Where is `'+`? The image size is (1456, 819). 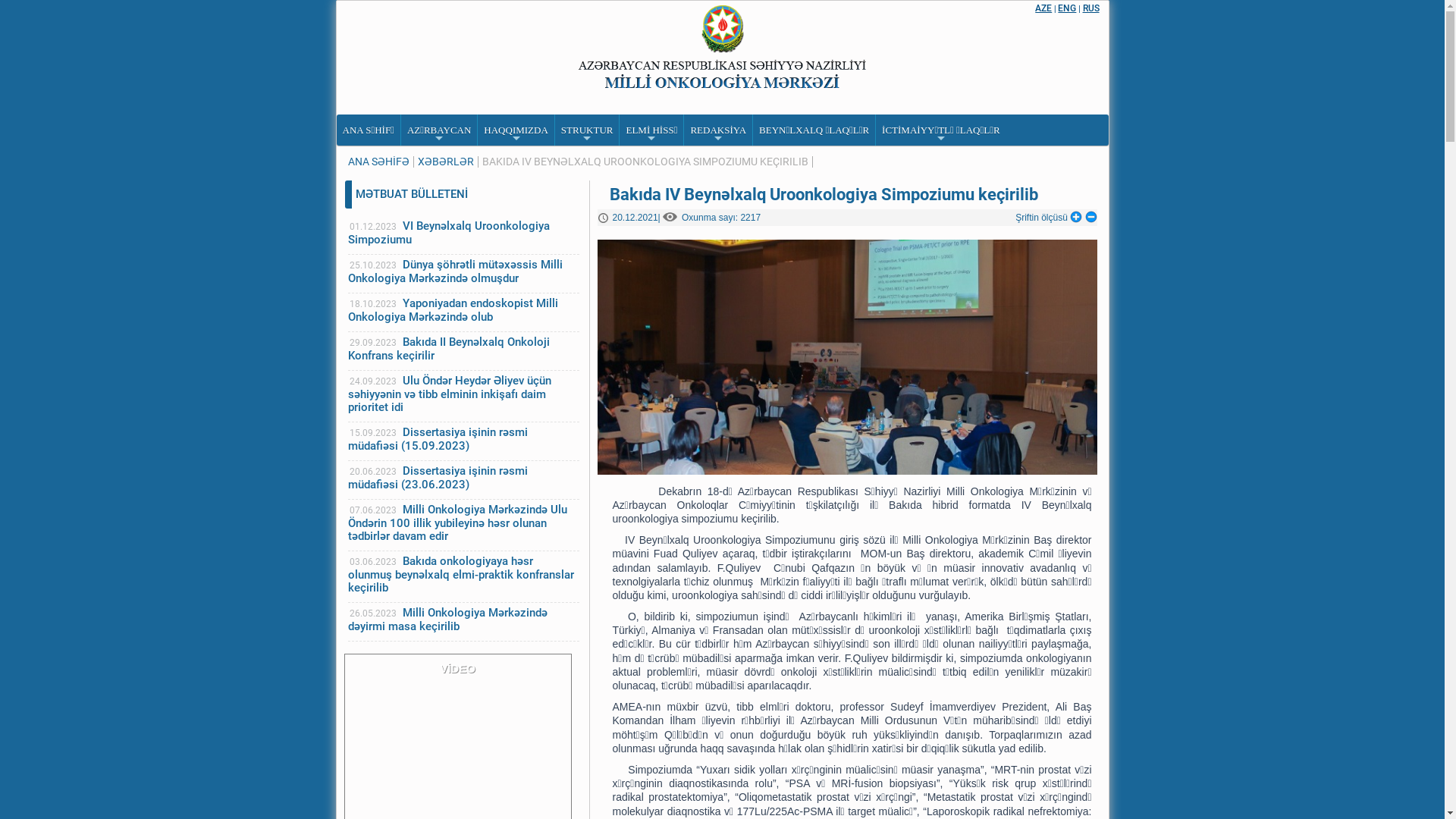
'+ is located at coordinates (586, 129).